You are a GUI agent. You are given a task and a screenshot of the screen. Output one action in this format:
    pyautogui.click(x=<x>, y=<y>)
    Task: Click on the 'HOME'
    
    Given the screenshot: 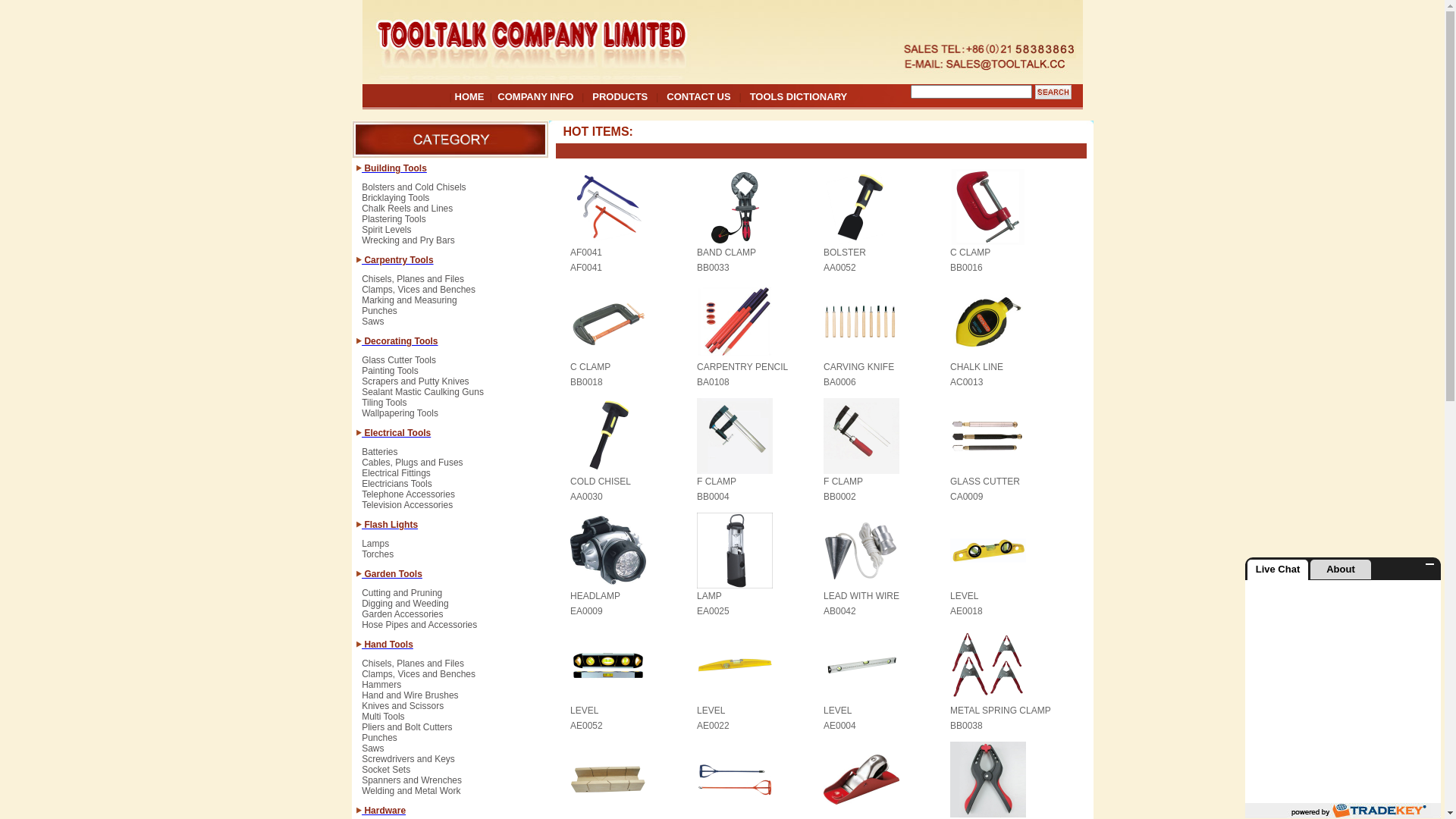 What is the action you would take?
    pyautogui.click(x=469, y=96)
    